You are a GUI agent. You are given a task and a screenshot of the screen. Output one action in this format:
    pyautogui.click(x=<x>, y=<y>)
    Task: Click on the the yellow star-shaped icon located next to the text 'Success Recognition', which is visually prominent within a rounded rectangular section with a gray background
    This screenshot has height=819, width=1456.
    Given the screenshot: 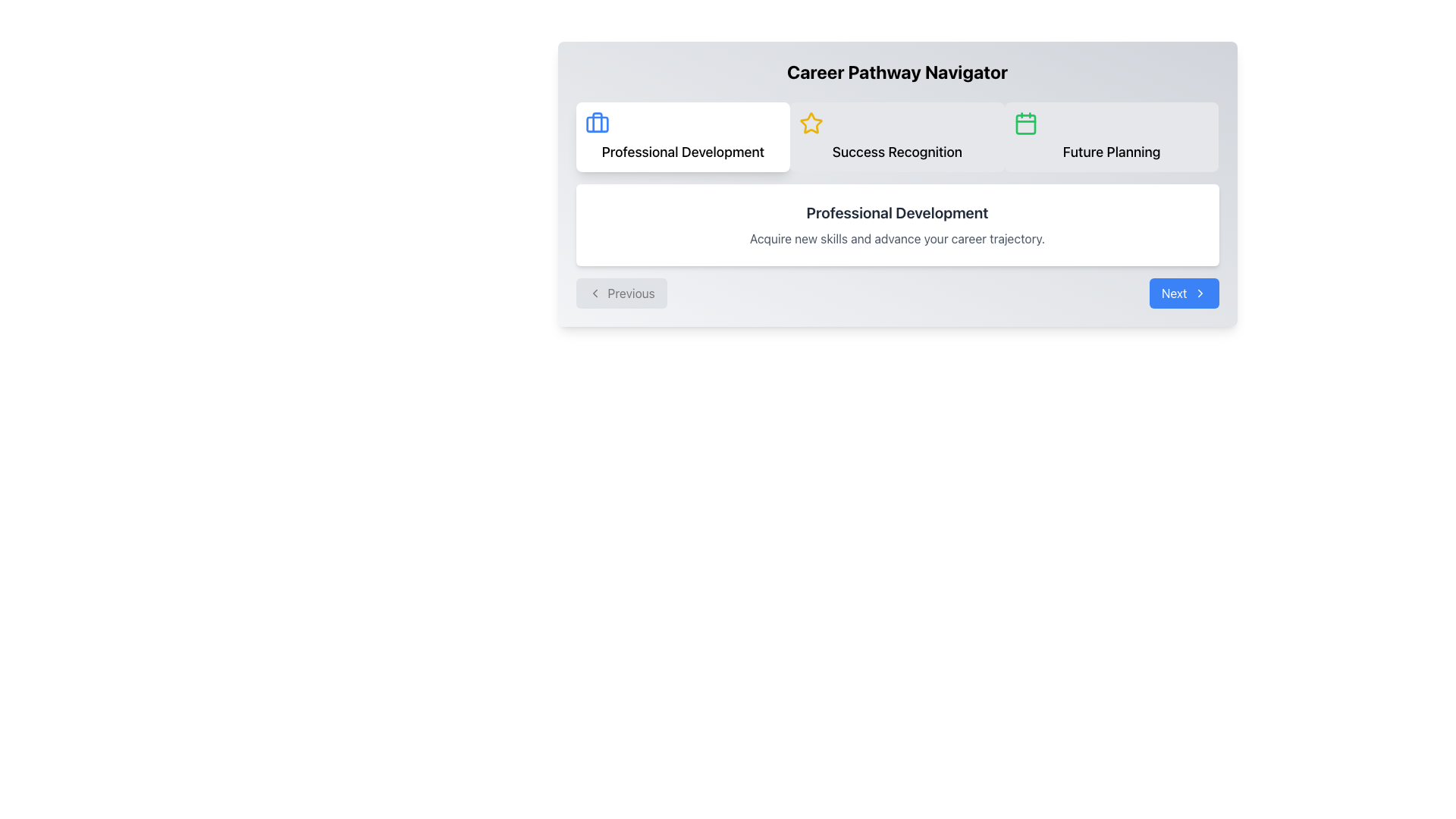 What is the action you would take?
    pyautogui.click(x=811, y=122)
    